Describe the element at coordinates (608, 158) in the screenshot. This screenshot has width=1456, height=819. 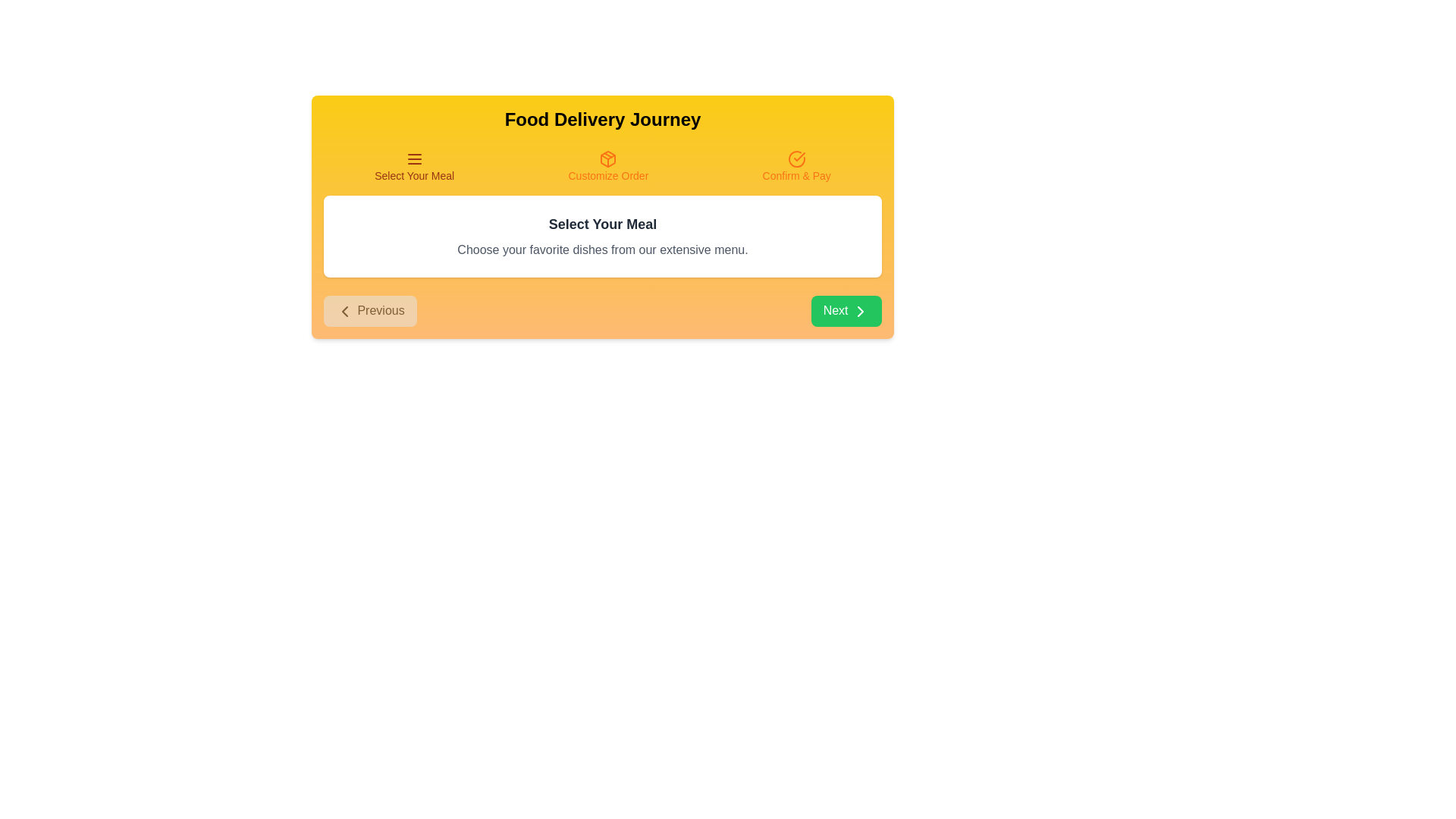
I see `the orange package icon located in the center of the three step indicators above the text 'Customize Order'` at that location.